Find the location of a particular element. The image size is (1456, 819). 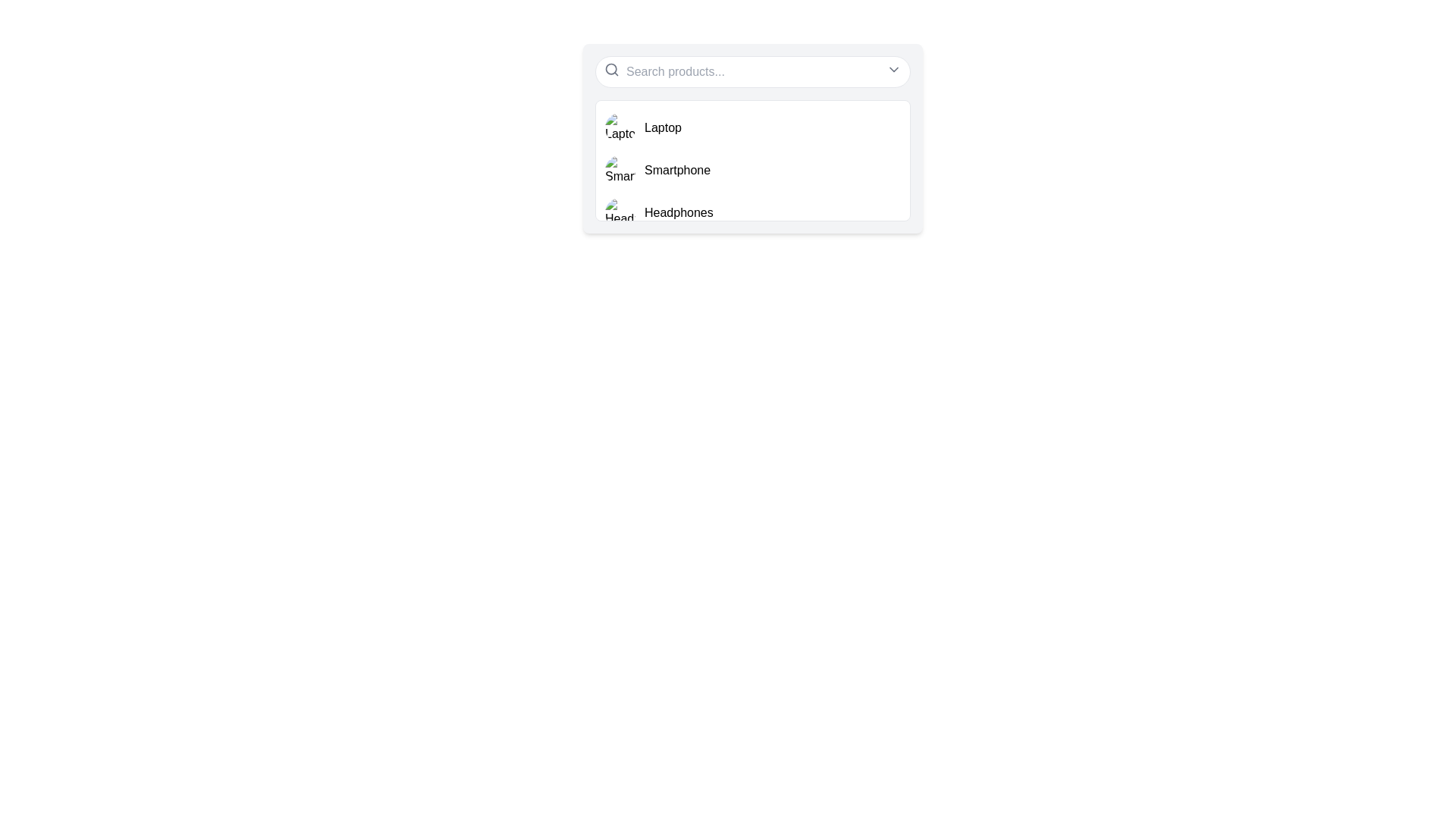

the second text label in the dropdown menu is located at coordinates (676, 170).